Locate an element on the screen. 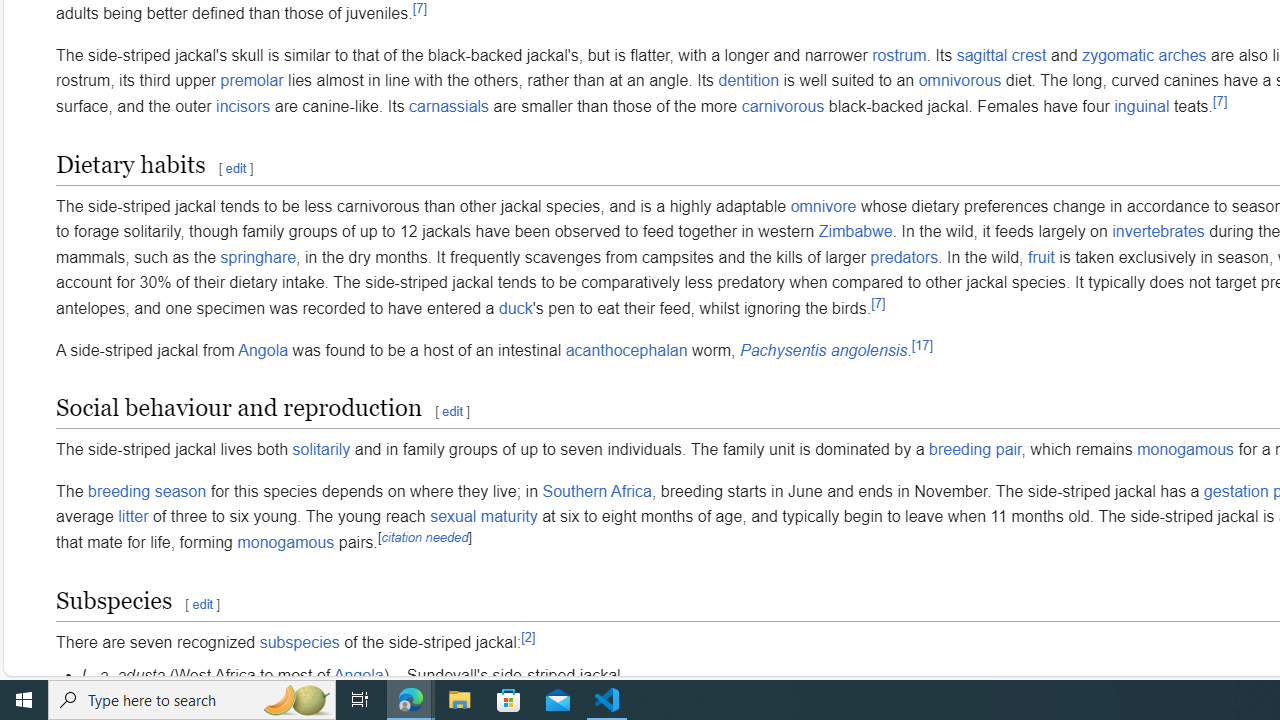 Image resolution: width=1280 pixels, height=720 pixels. 'premolar' is located at coordinates (251, 80).